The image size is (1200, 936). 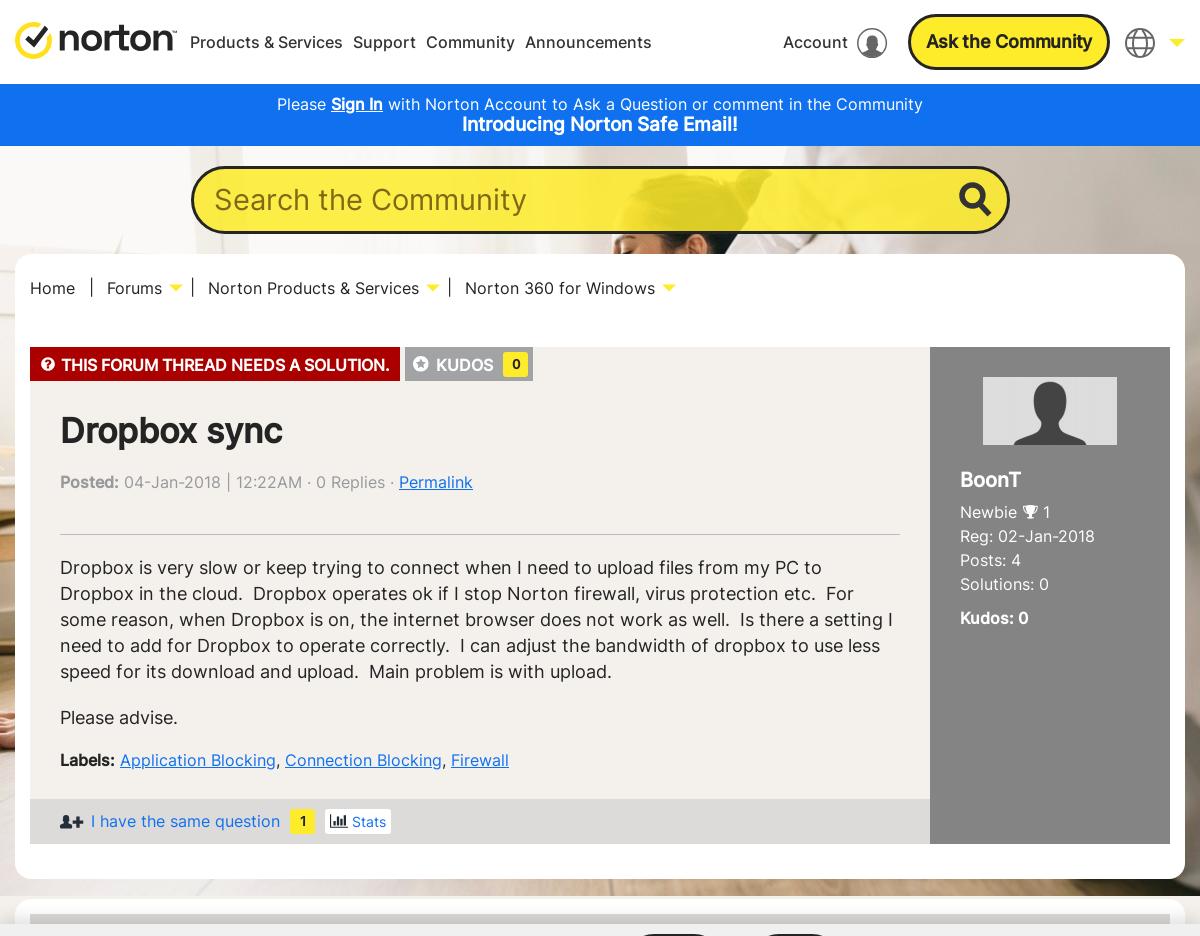 I want to click on 'Posts: 4', so click(x=990, y=557).